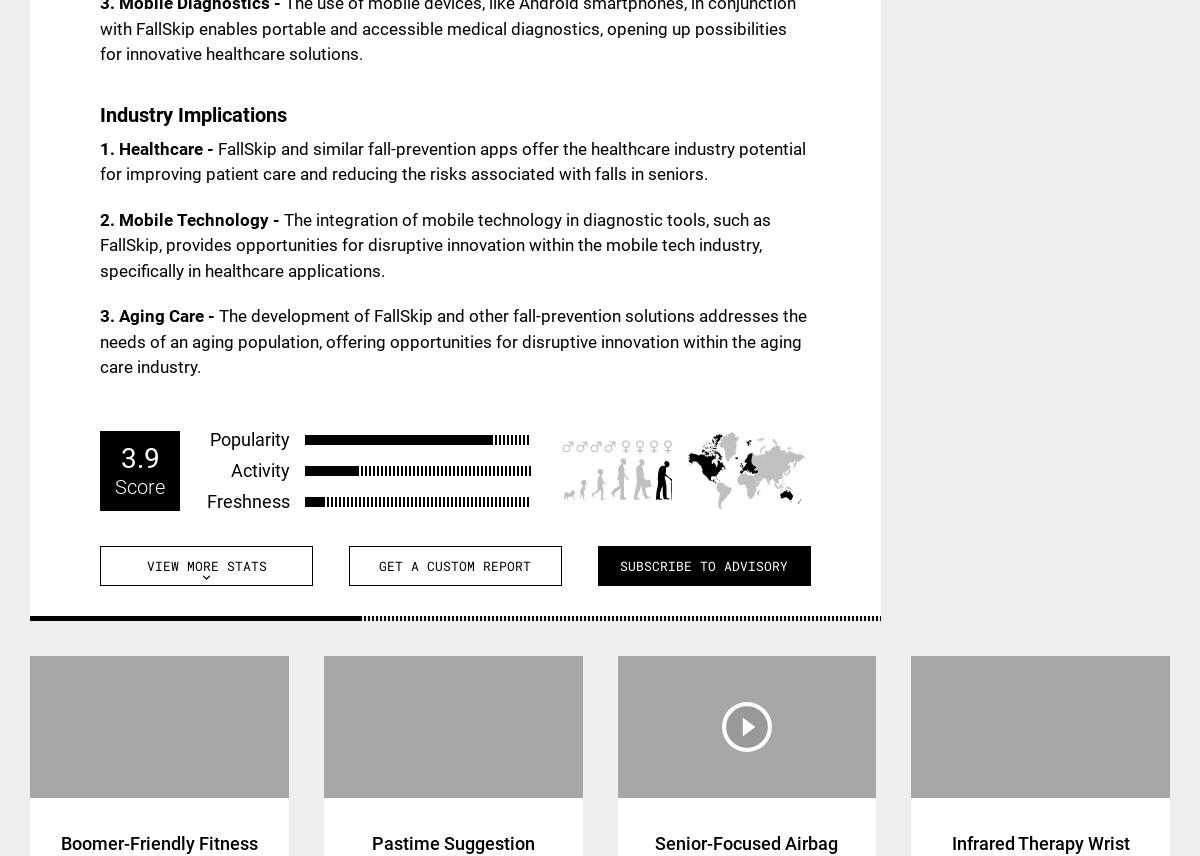 The height and width of the screenshot is (856, 1200). Describe the element at coordinates (454, 563) in the screenshot. I see `'GET A CUSTOM REPORT'` at that location.